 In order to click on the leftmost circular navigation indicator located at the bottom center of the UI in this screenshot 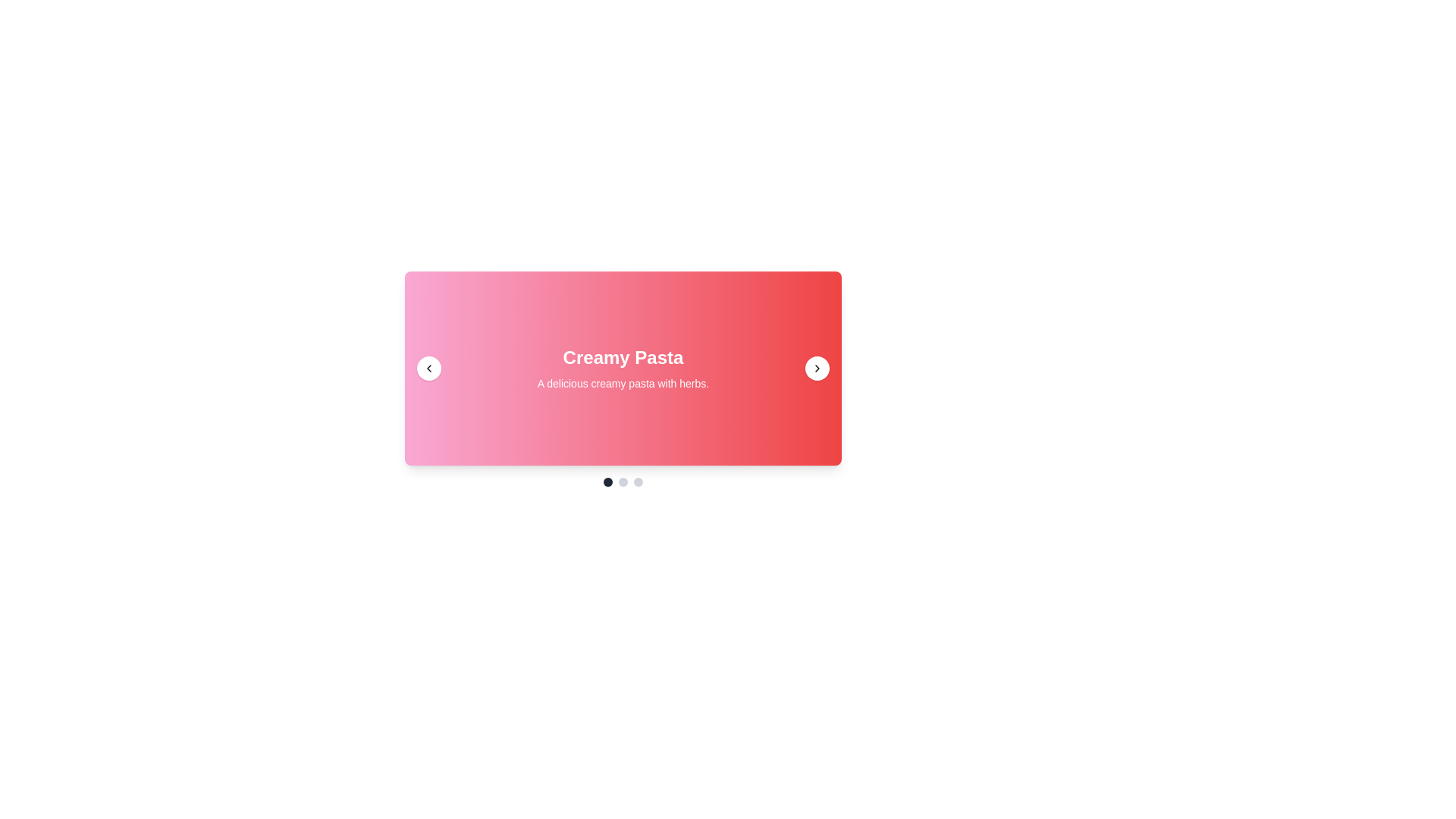, I will do `click(607, 482)`.